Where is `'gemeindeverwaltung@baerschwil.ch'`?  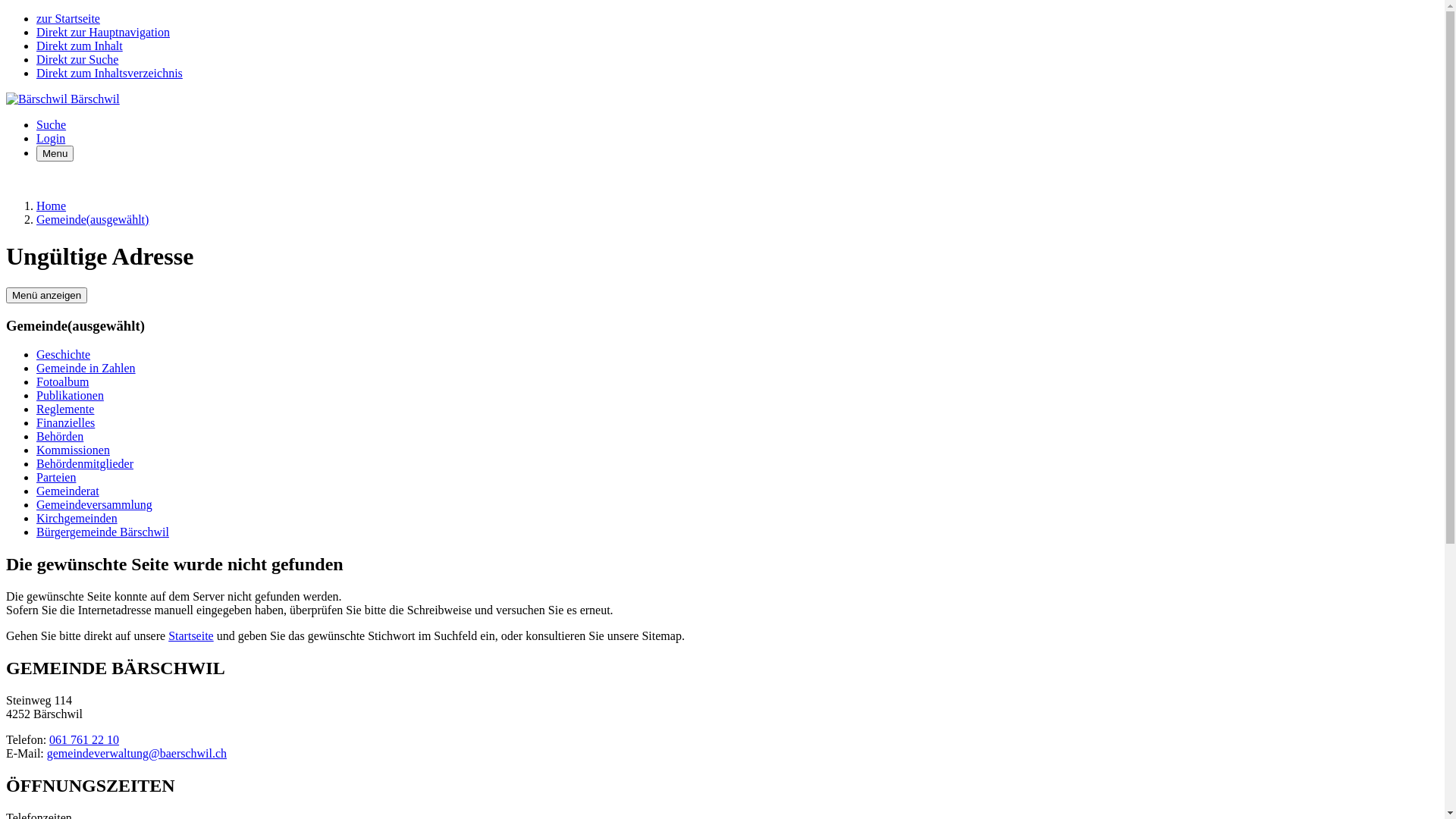 'gemeindeverwaltung@baerschwil.ch' is located at coordinates (136, 753).